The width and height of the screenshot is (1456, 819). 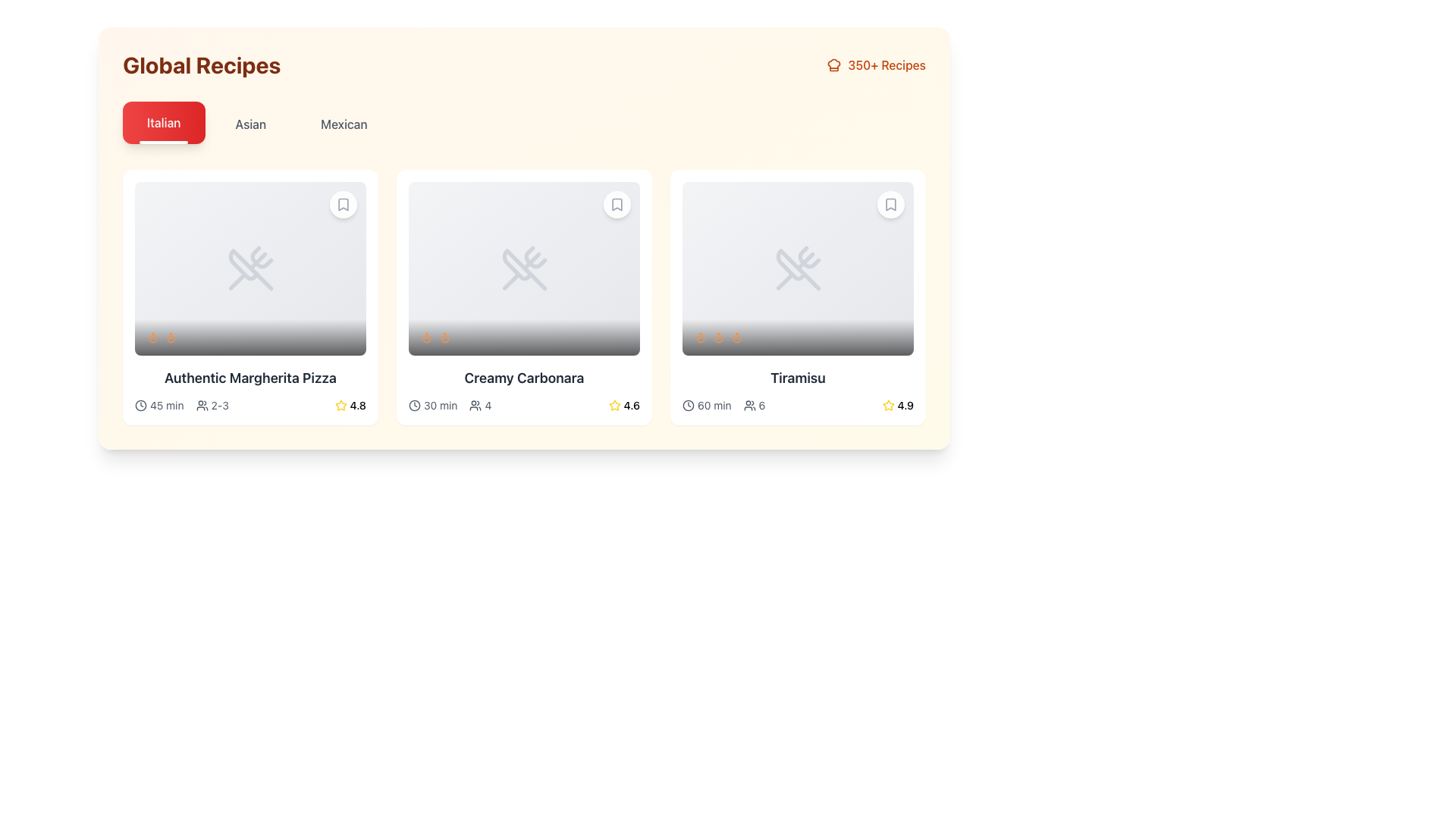 I want to click on title of the recipe card located at the bottom of the second card in a horizontally aligned list of three cards, centered in the interface, so click(x=524, y=377).